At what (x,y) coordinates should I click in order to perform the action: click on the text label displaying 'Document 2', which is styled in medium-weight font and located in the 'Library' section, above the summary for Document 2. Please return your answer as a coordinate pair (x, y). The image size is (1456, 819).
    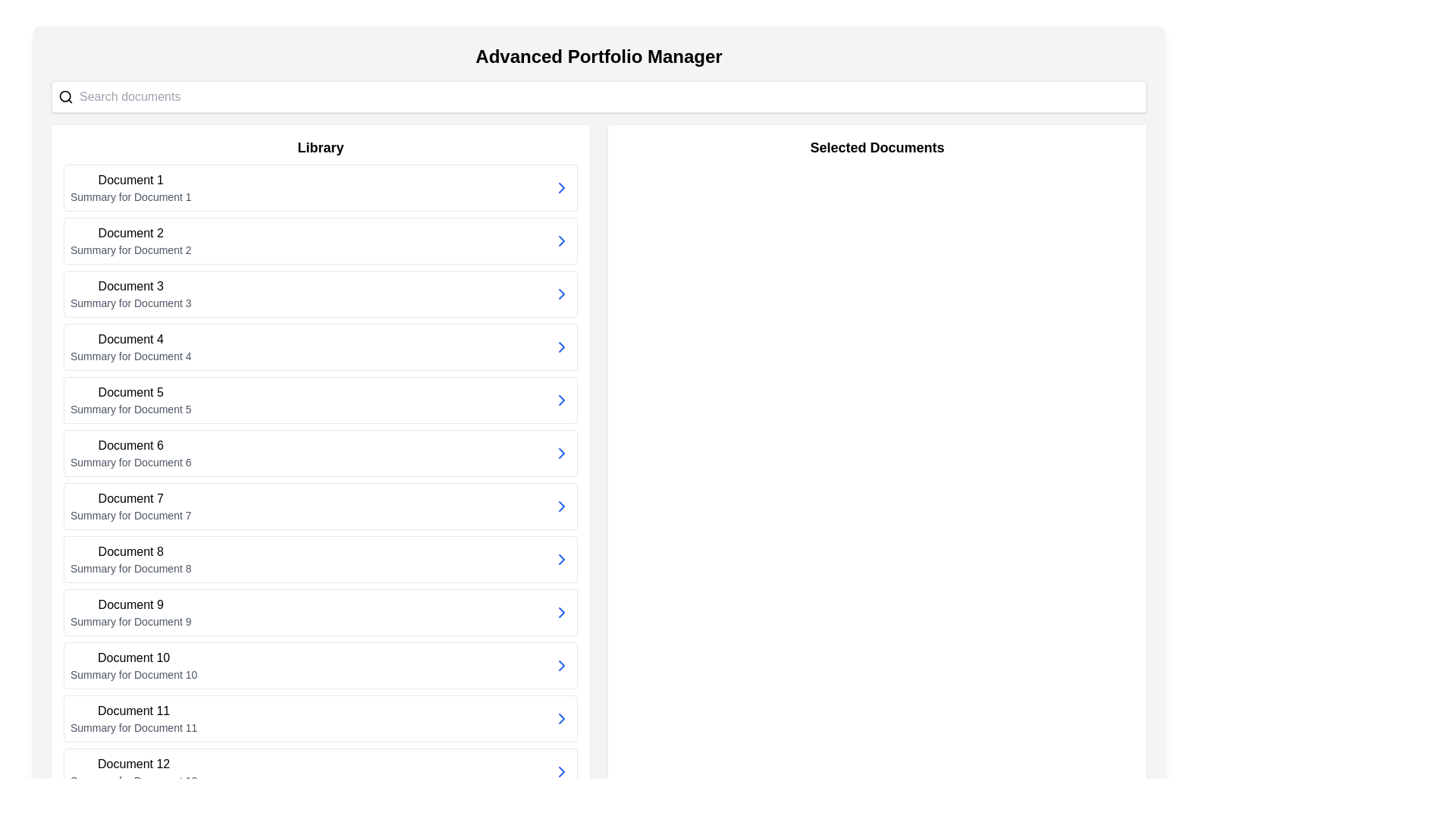
    Looking at the image, I should click on (130, 234).